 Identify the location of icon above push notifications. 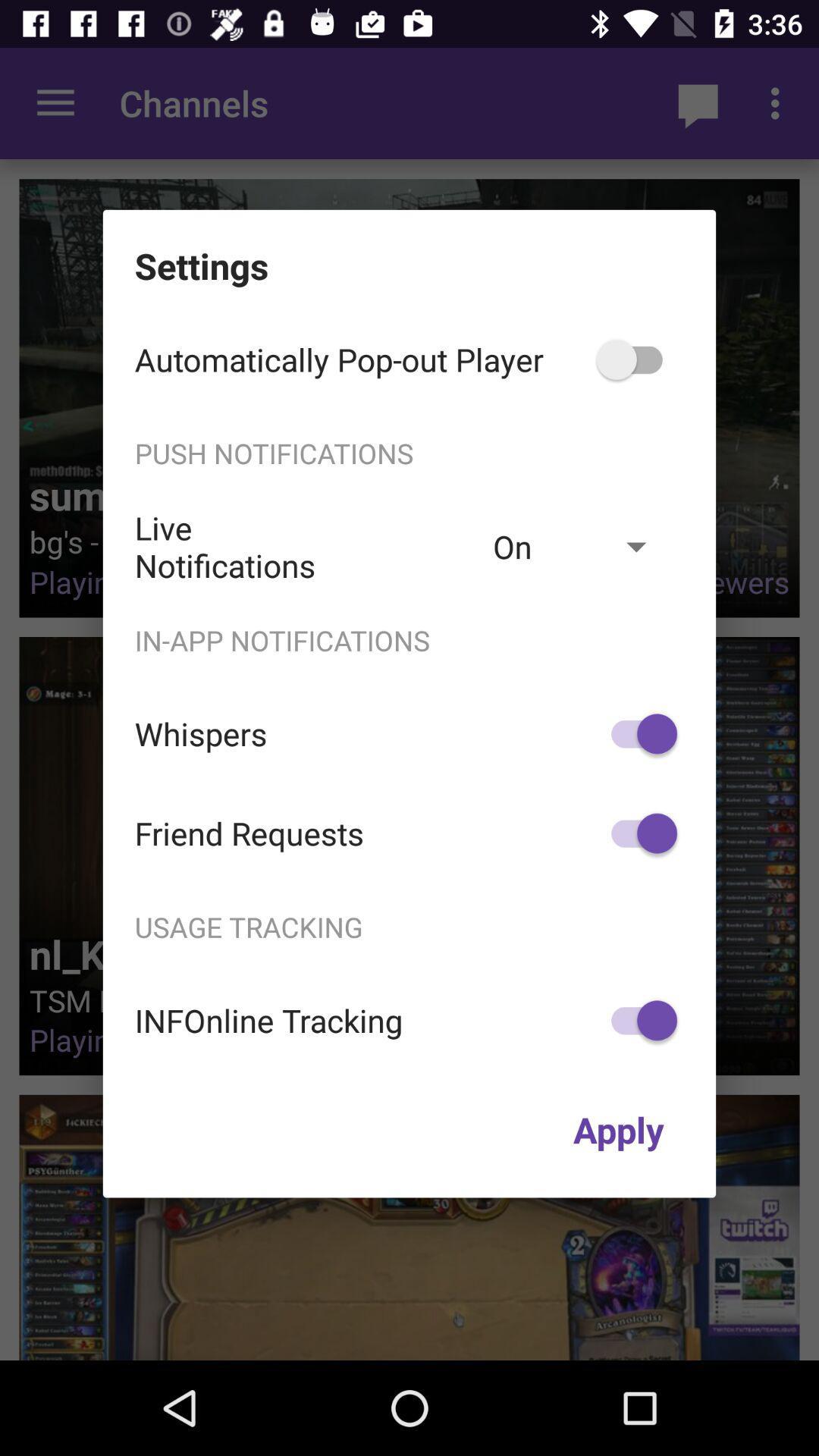
(637, 359).